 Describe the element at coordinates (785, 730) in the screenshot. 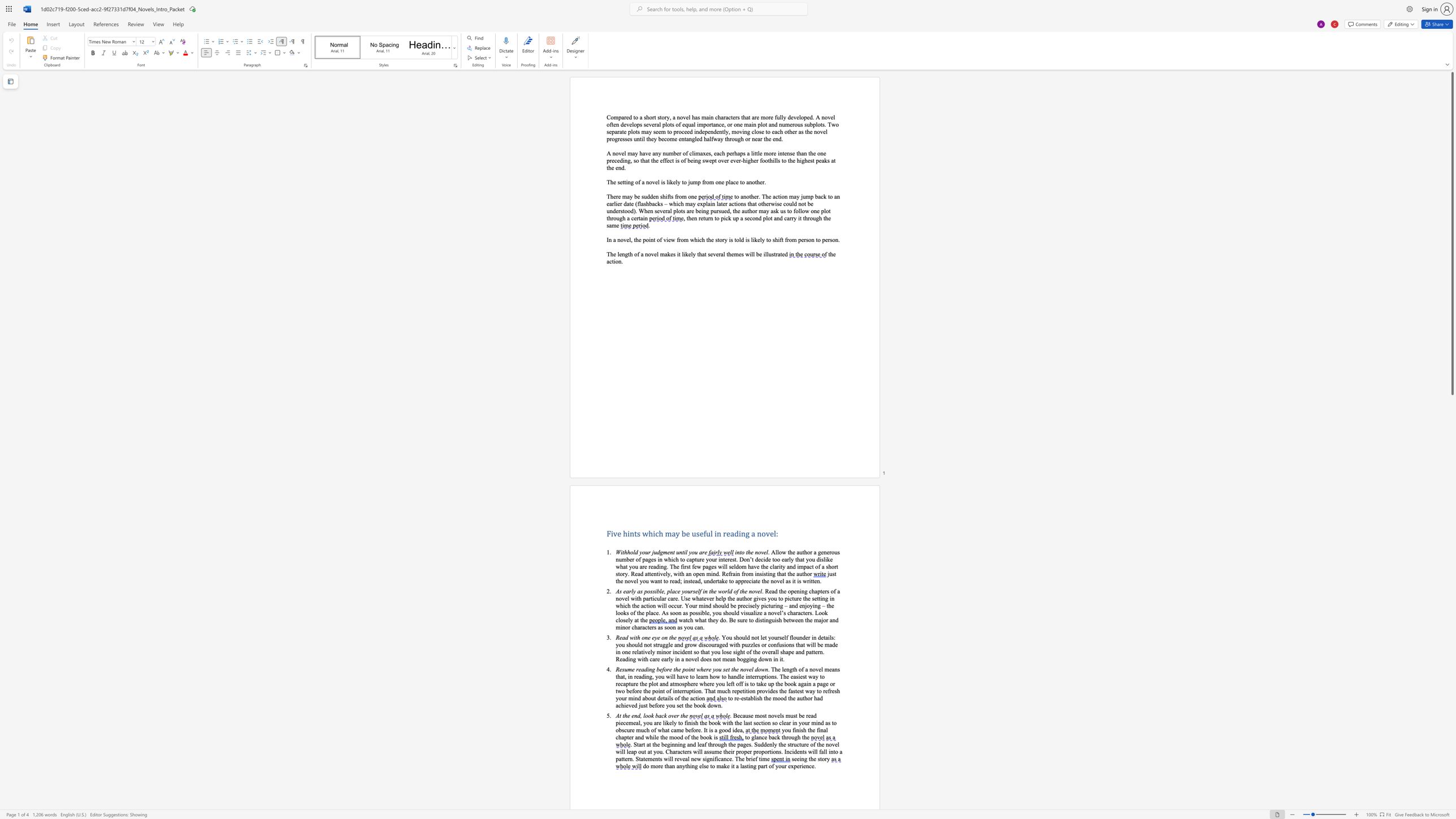

I see `the space between the continuous character "y" and "o" in the text` at that location.